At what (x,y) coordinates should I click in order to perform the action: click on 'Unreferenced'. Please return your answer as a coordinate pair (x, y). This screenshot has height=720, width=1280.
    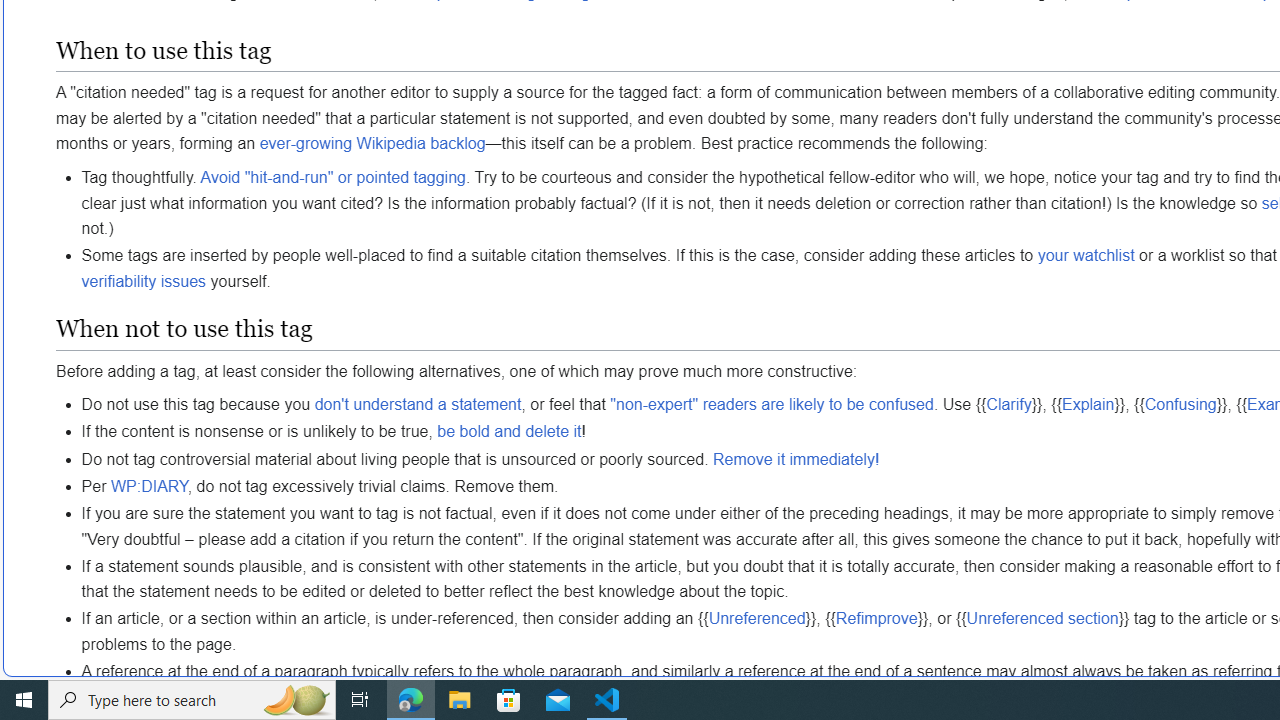
    Looking at the image, I should click on (756, 617).